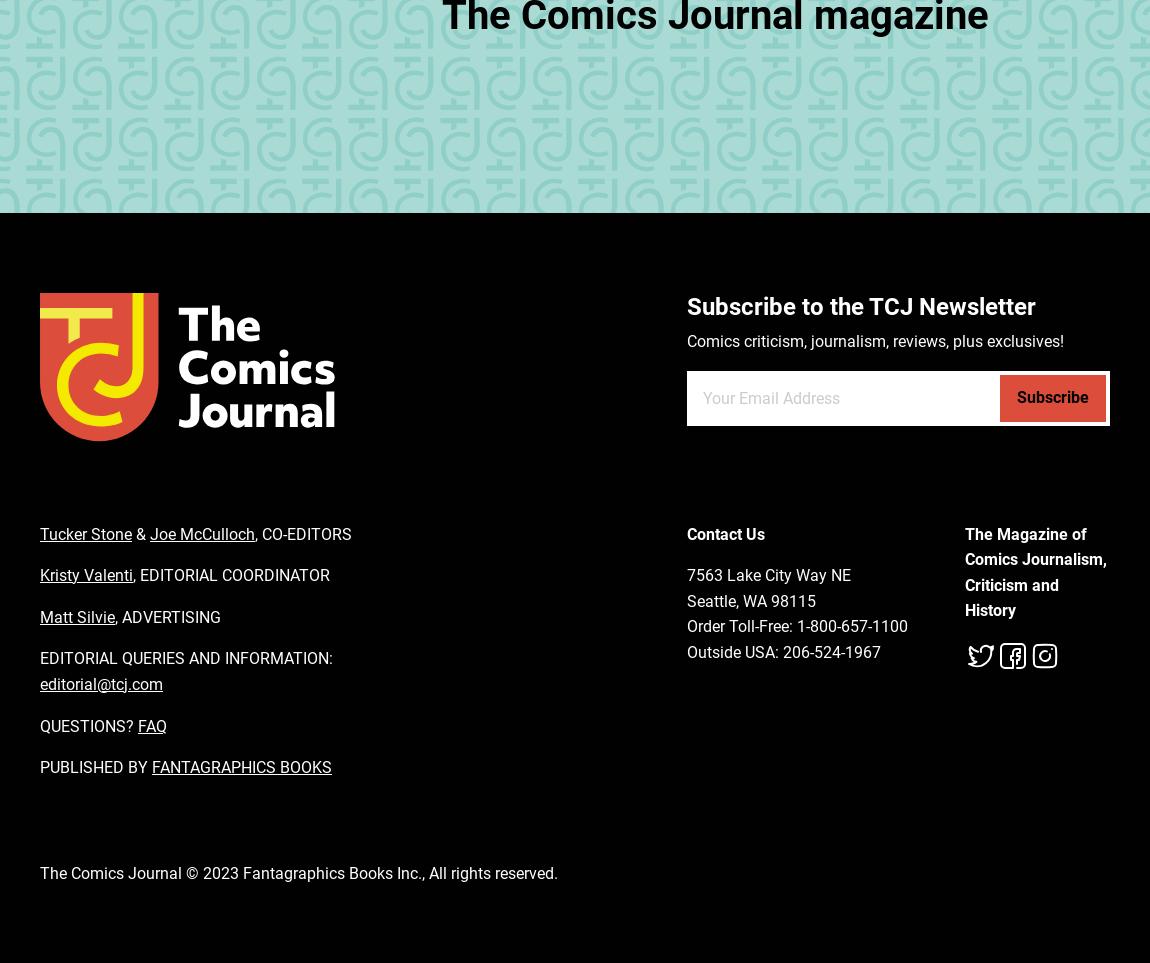 The width and height of the screenshot is (1150, 963). I want to click on '7563 Lake City Way NE', so click(768, 575).